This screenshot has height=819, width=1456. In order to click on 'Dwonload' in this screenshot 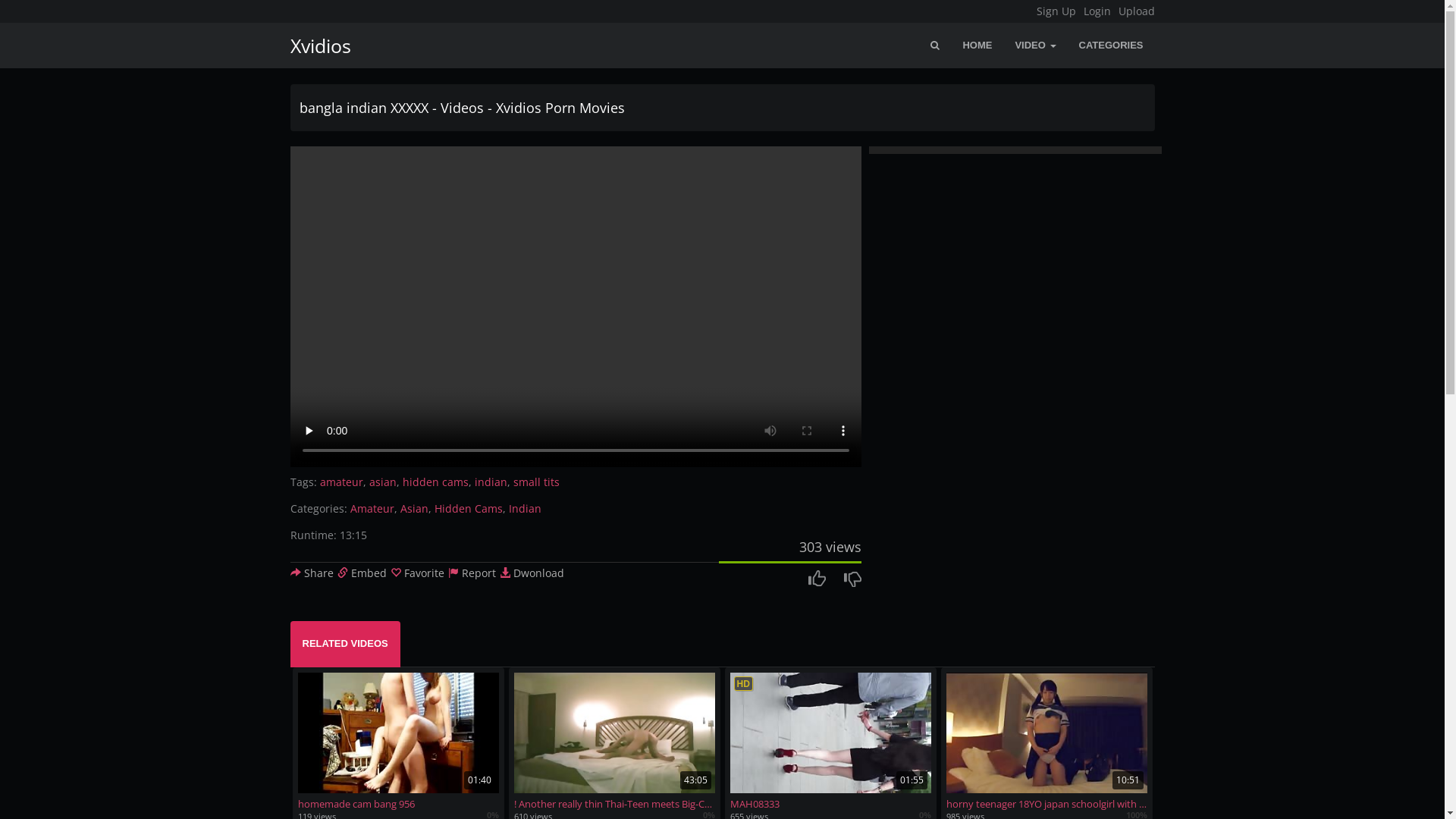, I will do `click(498, 573)`.